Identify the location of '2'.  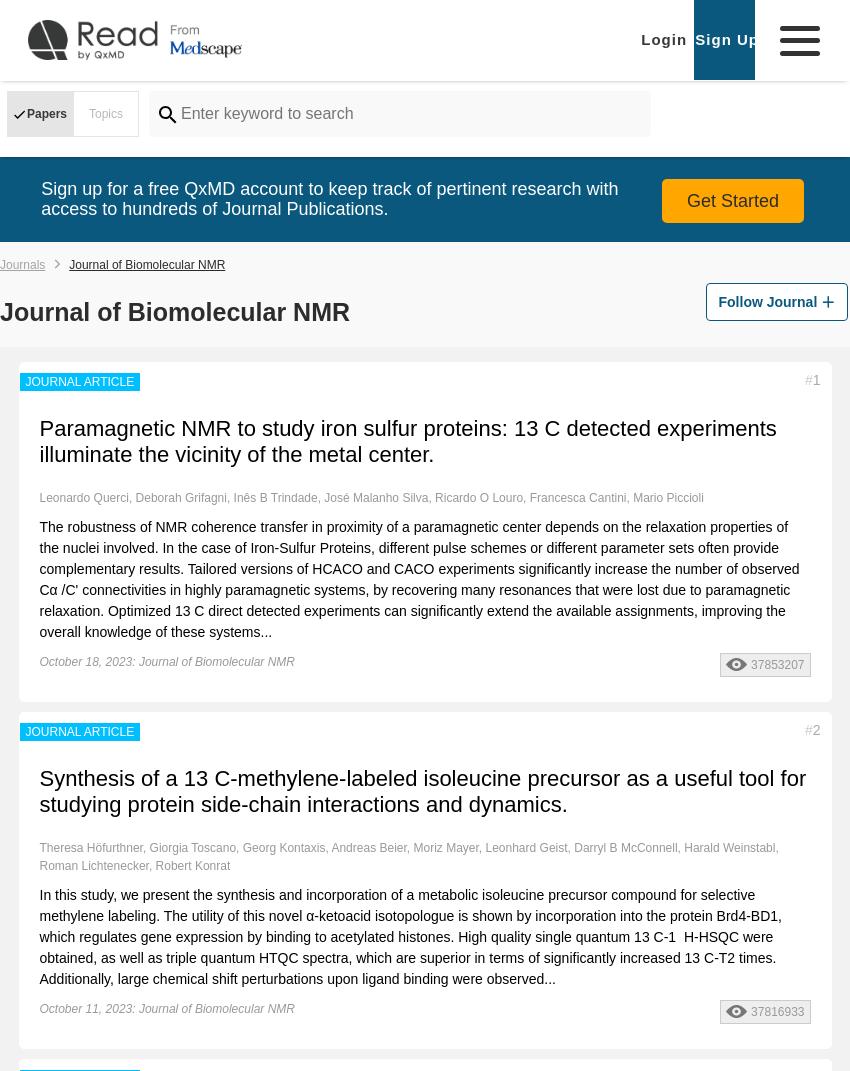
(816, 729).